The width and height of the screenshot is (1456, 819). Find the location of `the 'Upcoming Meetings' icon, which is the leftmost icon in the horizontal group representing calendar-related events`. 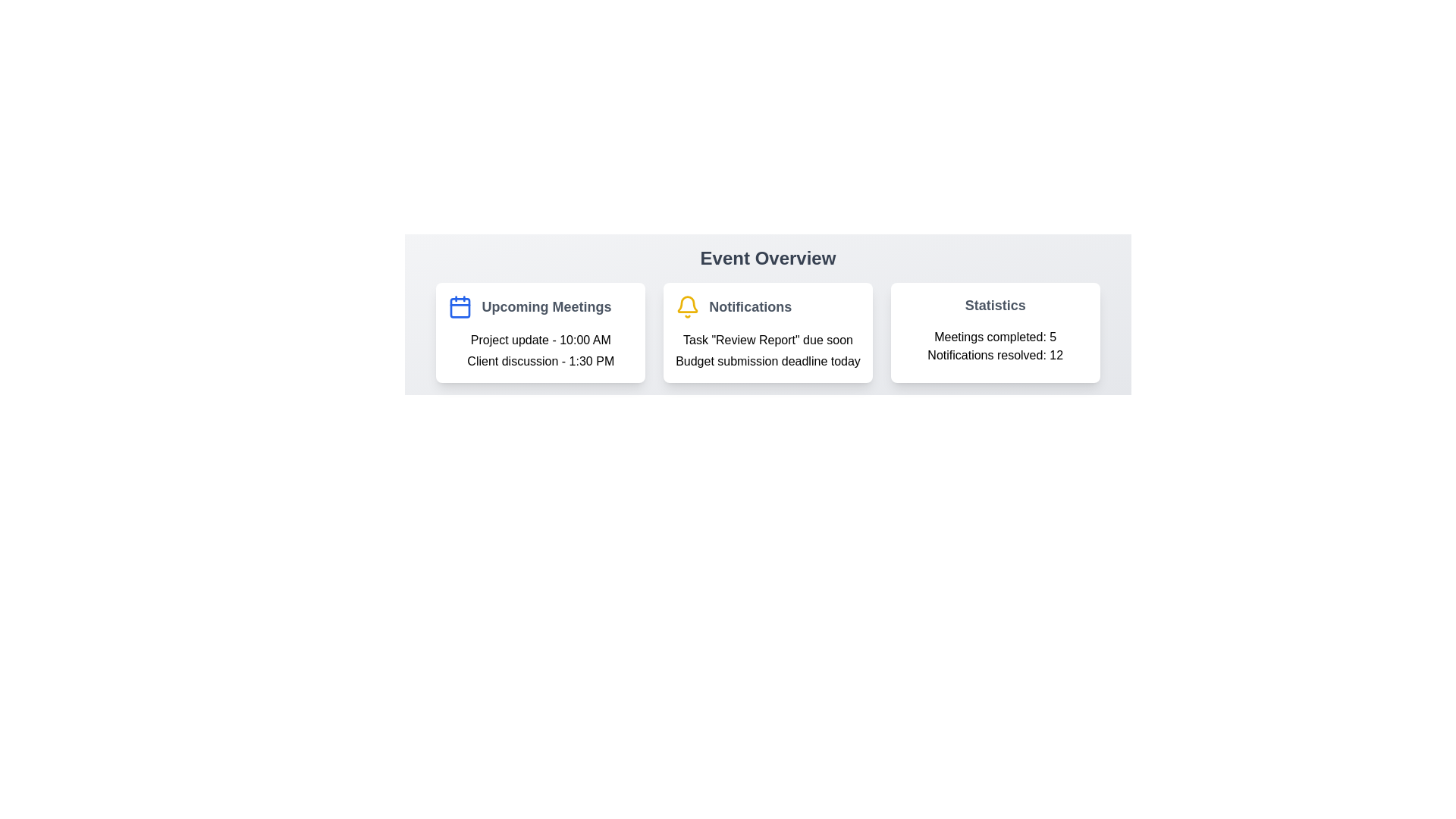

the 'Upcoming Meetings' icon, which is the leftmost icon in the horizontal group representing calendar-related events is located at coordinates (460, 307).